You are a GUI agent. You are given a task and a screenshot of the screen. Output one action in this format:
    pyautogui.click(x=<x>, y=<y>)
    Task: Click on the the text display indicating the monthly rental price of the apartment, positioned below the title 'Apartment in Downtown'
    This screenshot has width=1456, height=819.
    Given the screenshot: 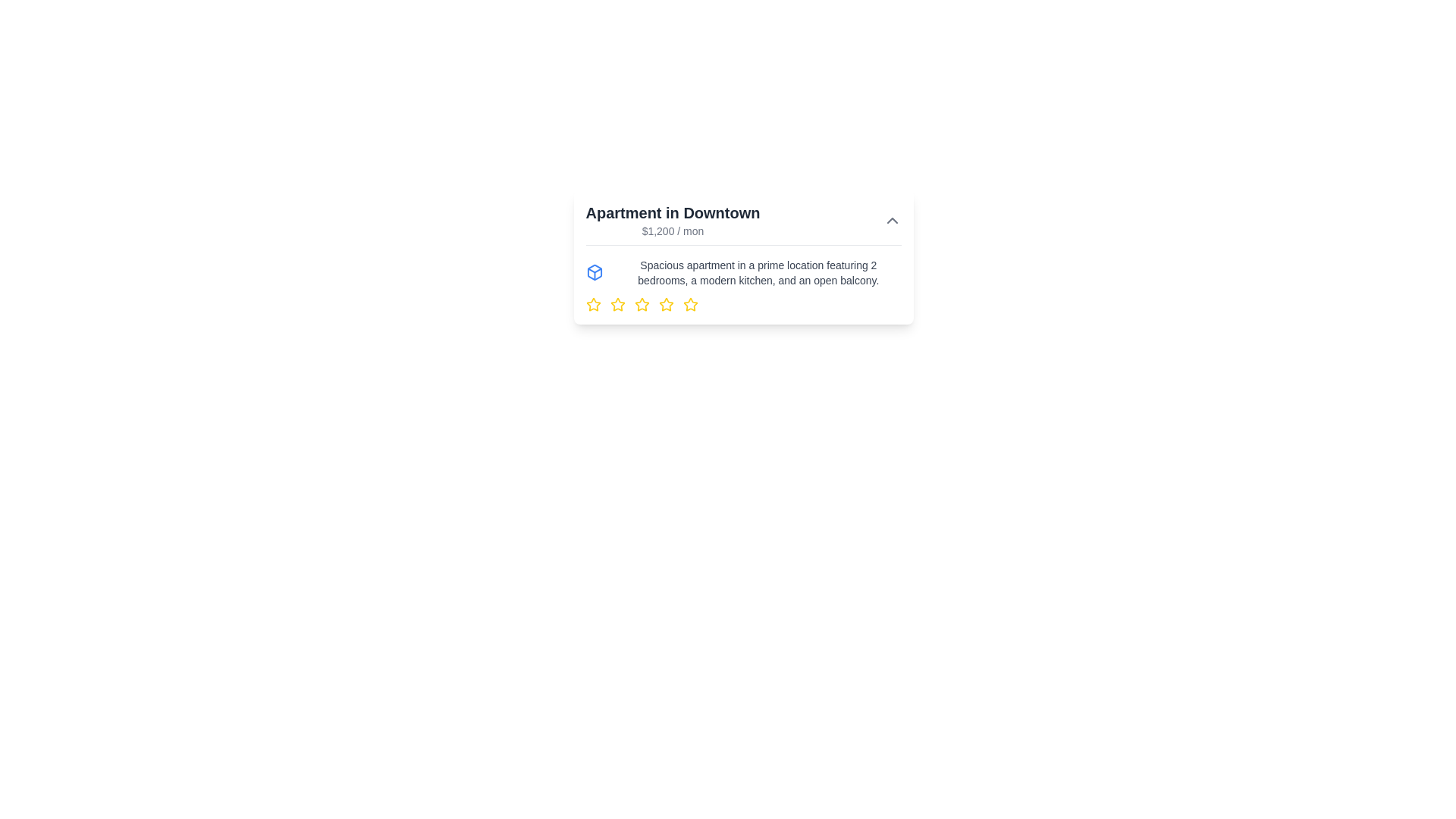 What is the action you would take?
    pyautogui.click(x=672, y=231)
    